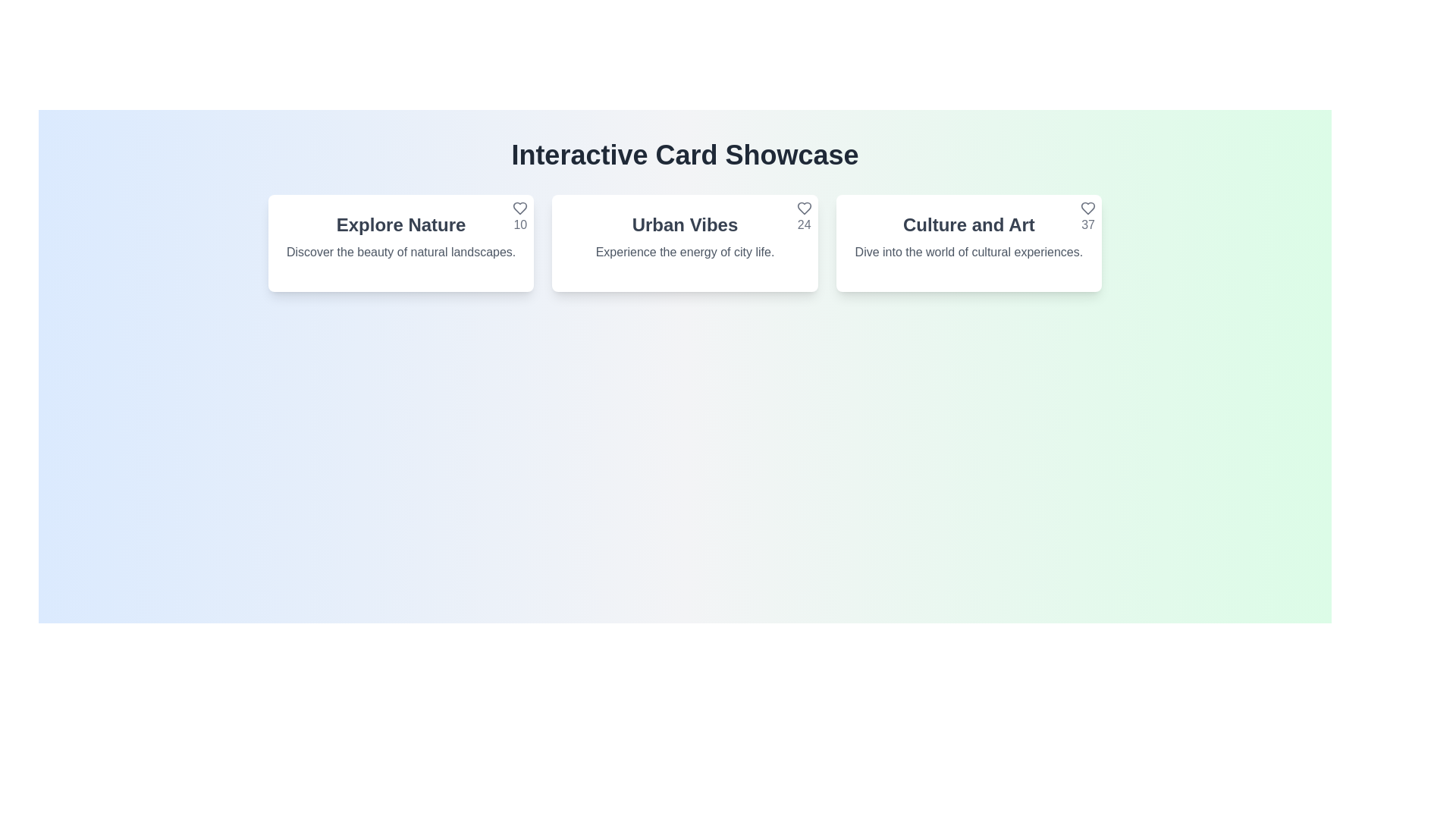  I want to click on the card titled 'Culture and Art', characterized by its white background, rounded corners, and a heart icon with the number '37' in the top-right corner, so click(968, 242).